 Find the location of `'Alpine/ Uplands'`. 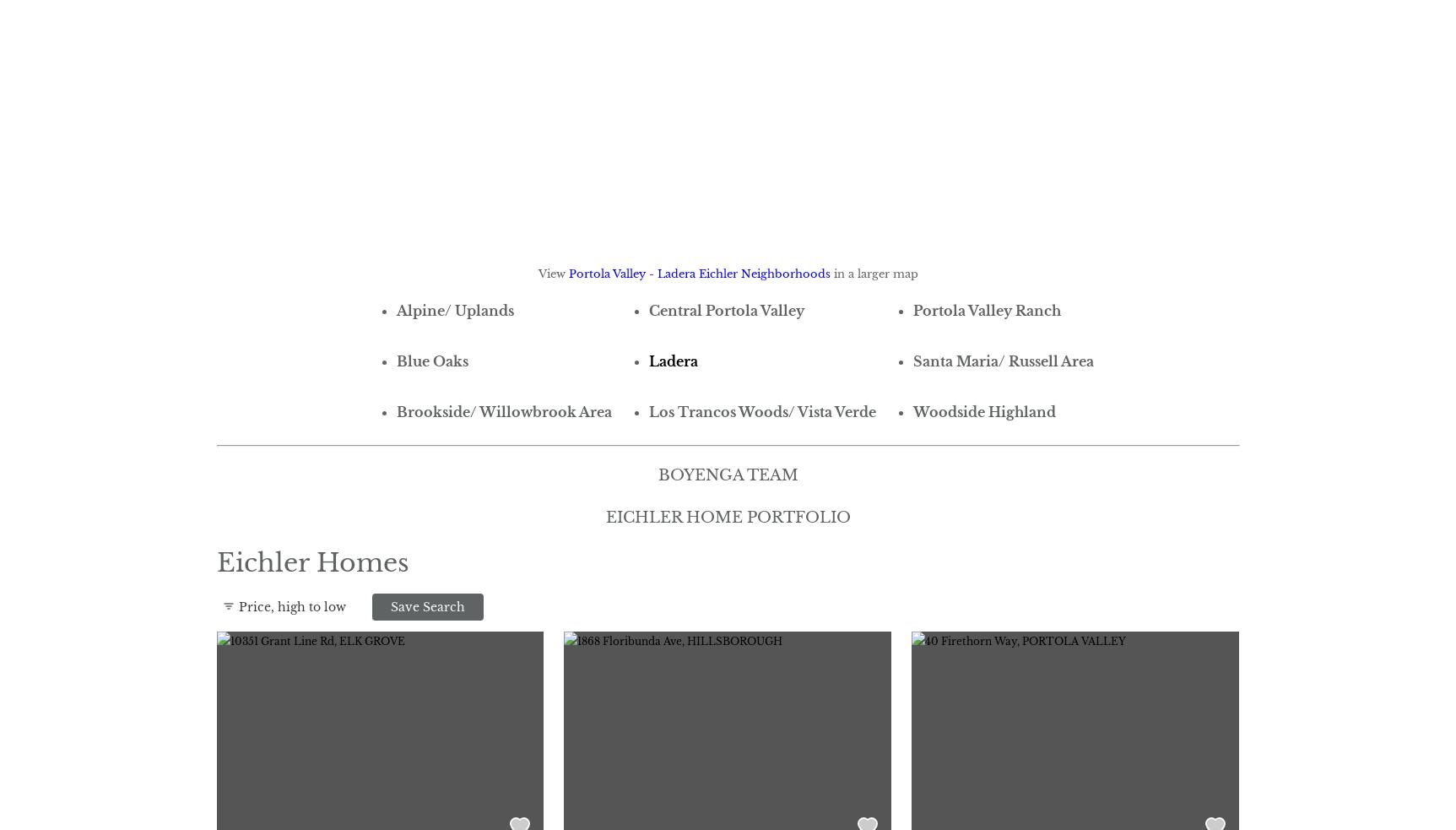

'Alpine/ Uplands' is located at coordinates (395, 308).